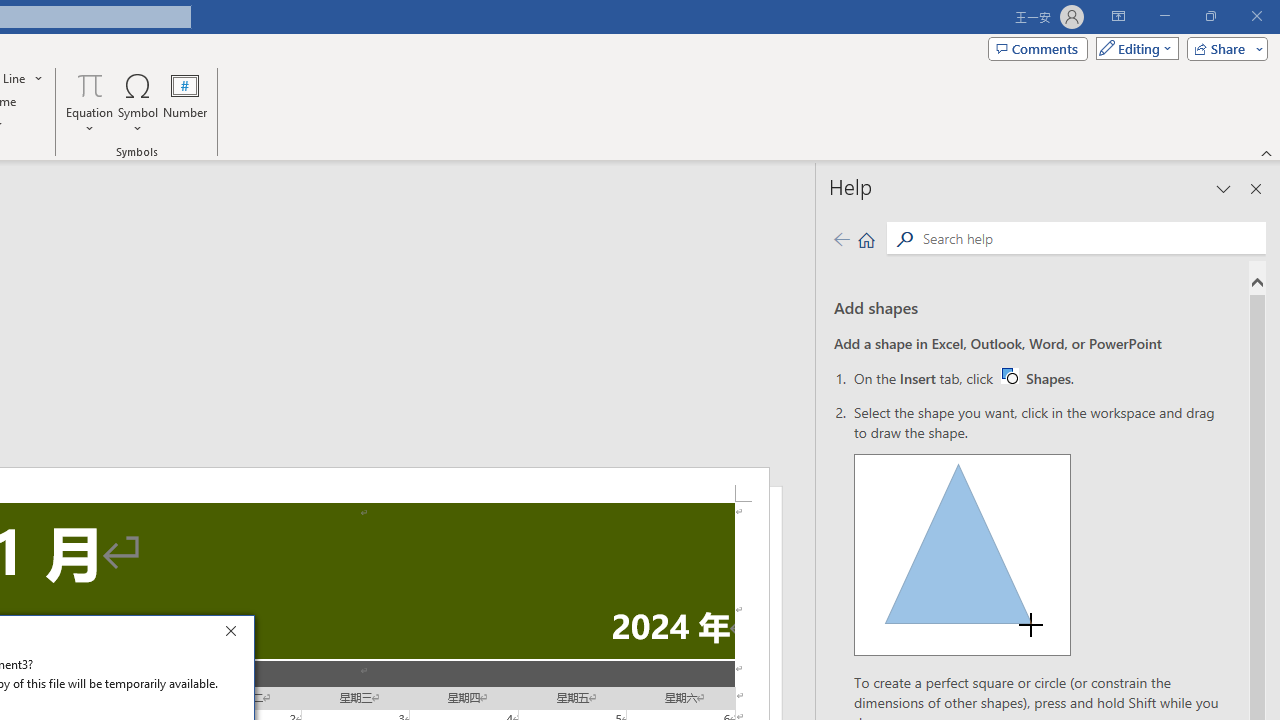 The width and height of the screenshot is (1280, 720). What do you see at coordinates (1009, 375) in the screenshot?
I see `'Word W32 Shapes button icon'` at bounding box center [1009, 375].